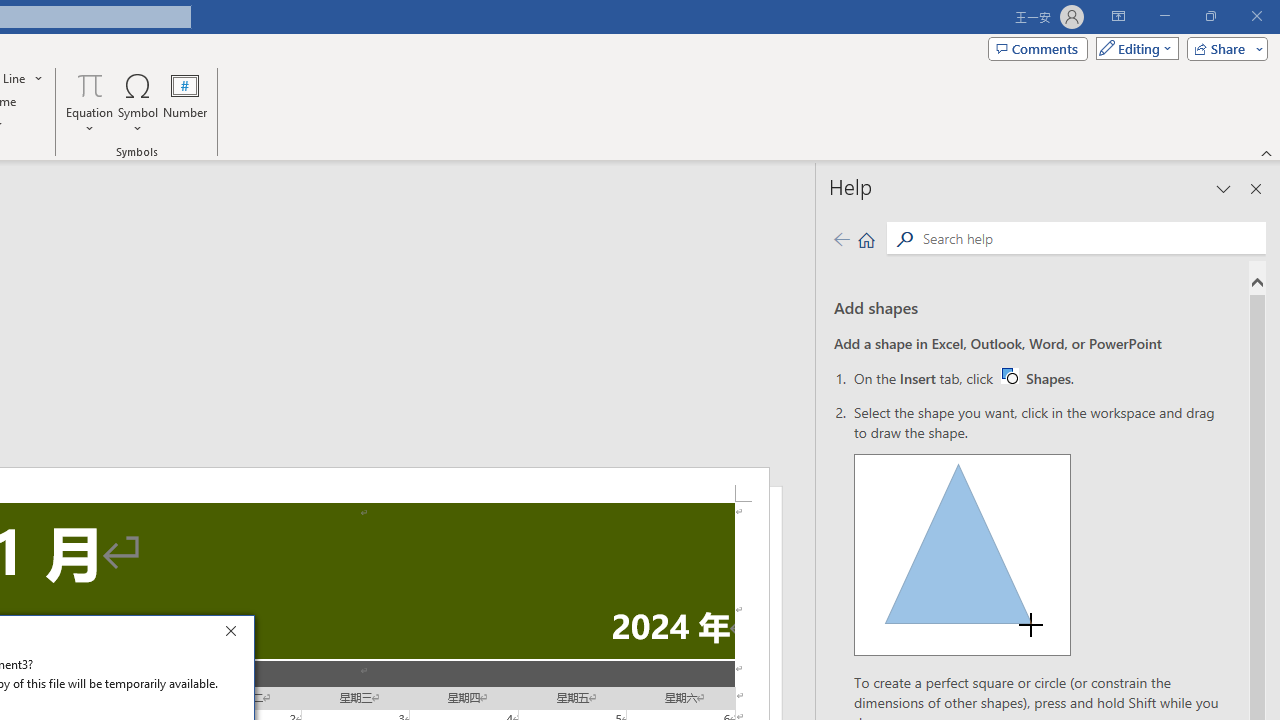 The width and height of the screenshot is (1280, 720). What do you see at coordinates (1009, 375) in the screenshot?
I see `'Word W32 Shapes button icon'` at bounding box center [1009, 375].